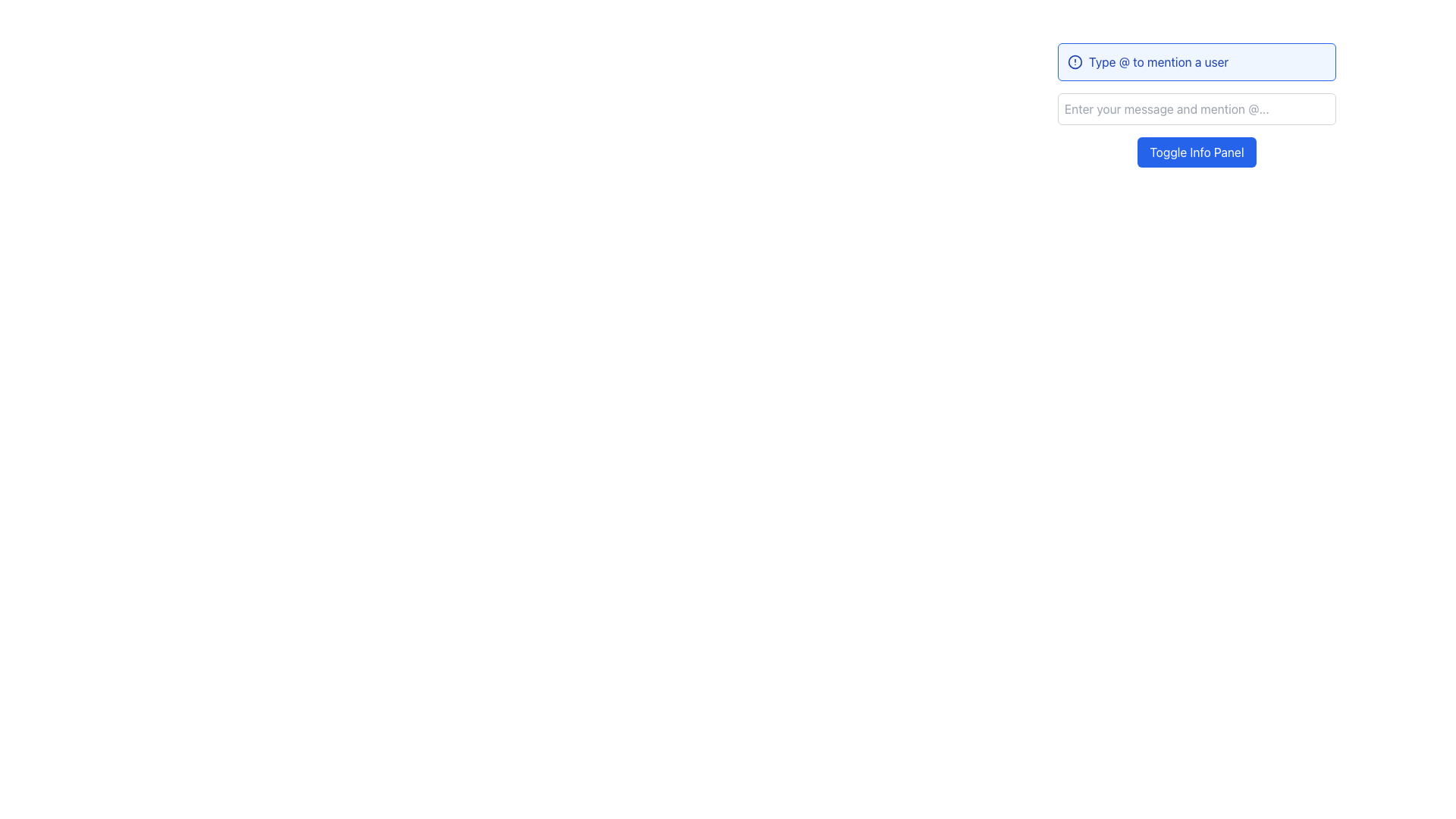 The width and height of the screenshot is (1456, 819). What do you see at coordinates (1196, 61) in the screenshot?
I see `the Informational Message Box which has a light blue background, a blue rounded border, and contains an icon with an exclamation mark and the text 'Type @ to mention a user'` at bounding box center [1196, 61].